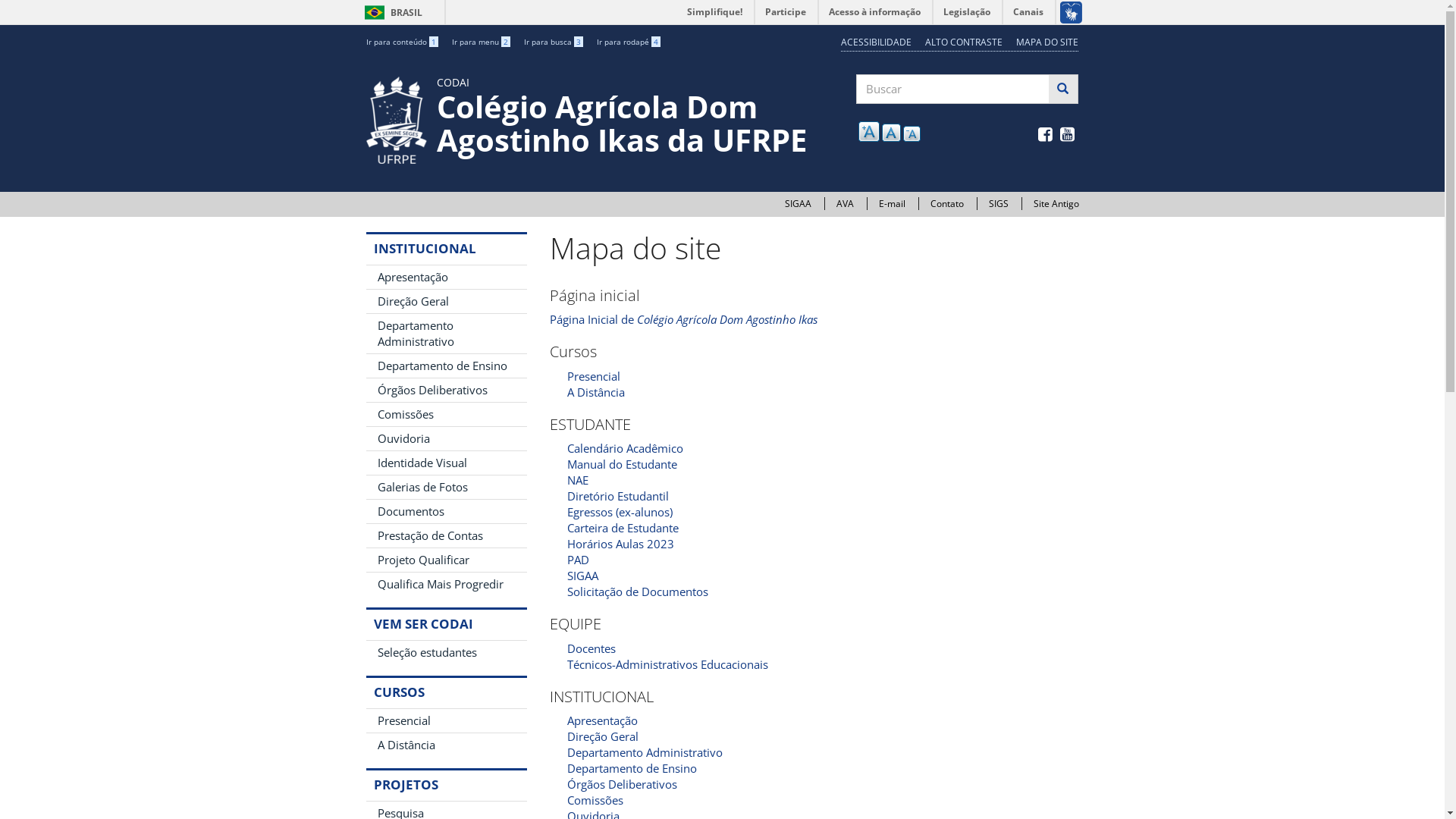  I want to click on 'A', so click(911, 133).